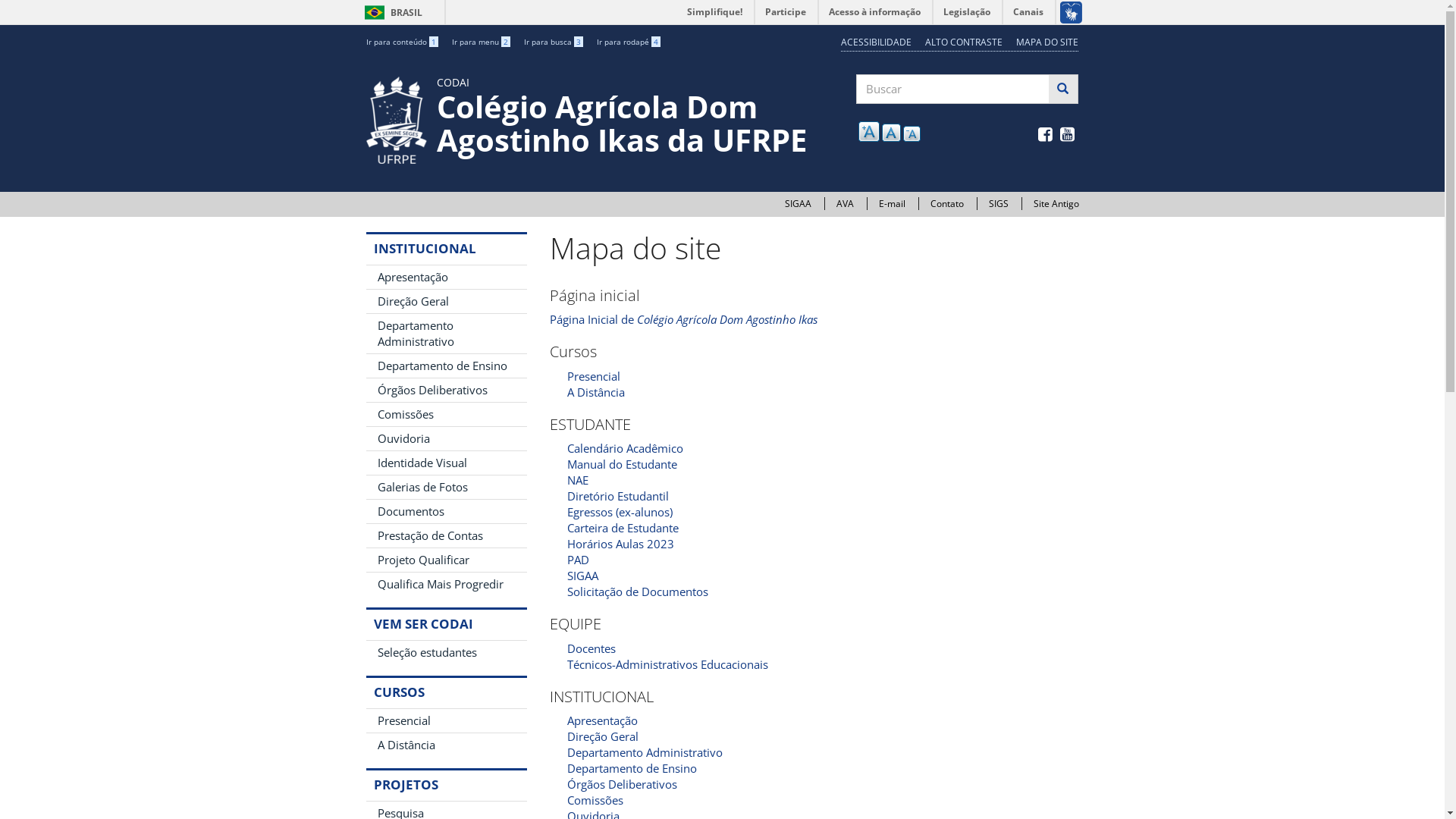  I want to click on 'A', so click(911, 133).